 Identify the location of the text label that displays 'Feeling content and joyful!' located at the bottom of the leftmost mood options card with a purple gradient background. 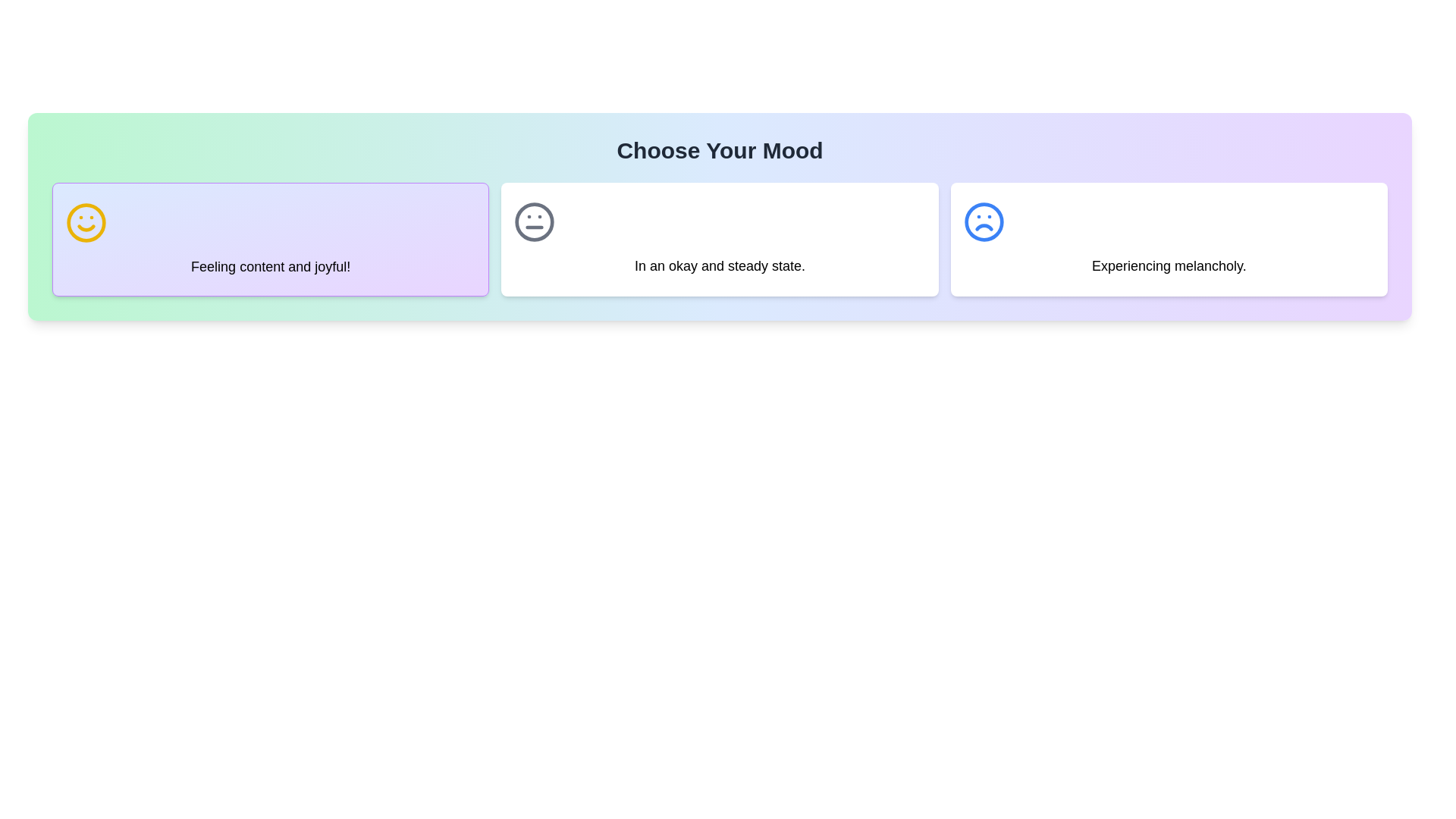
(271, 265).